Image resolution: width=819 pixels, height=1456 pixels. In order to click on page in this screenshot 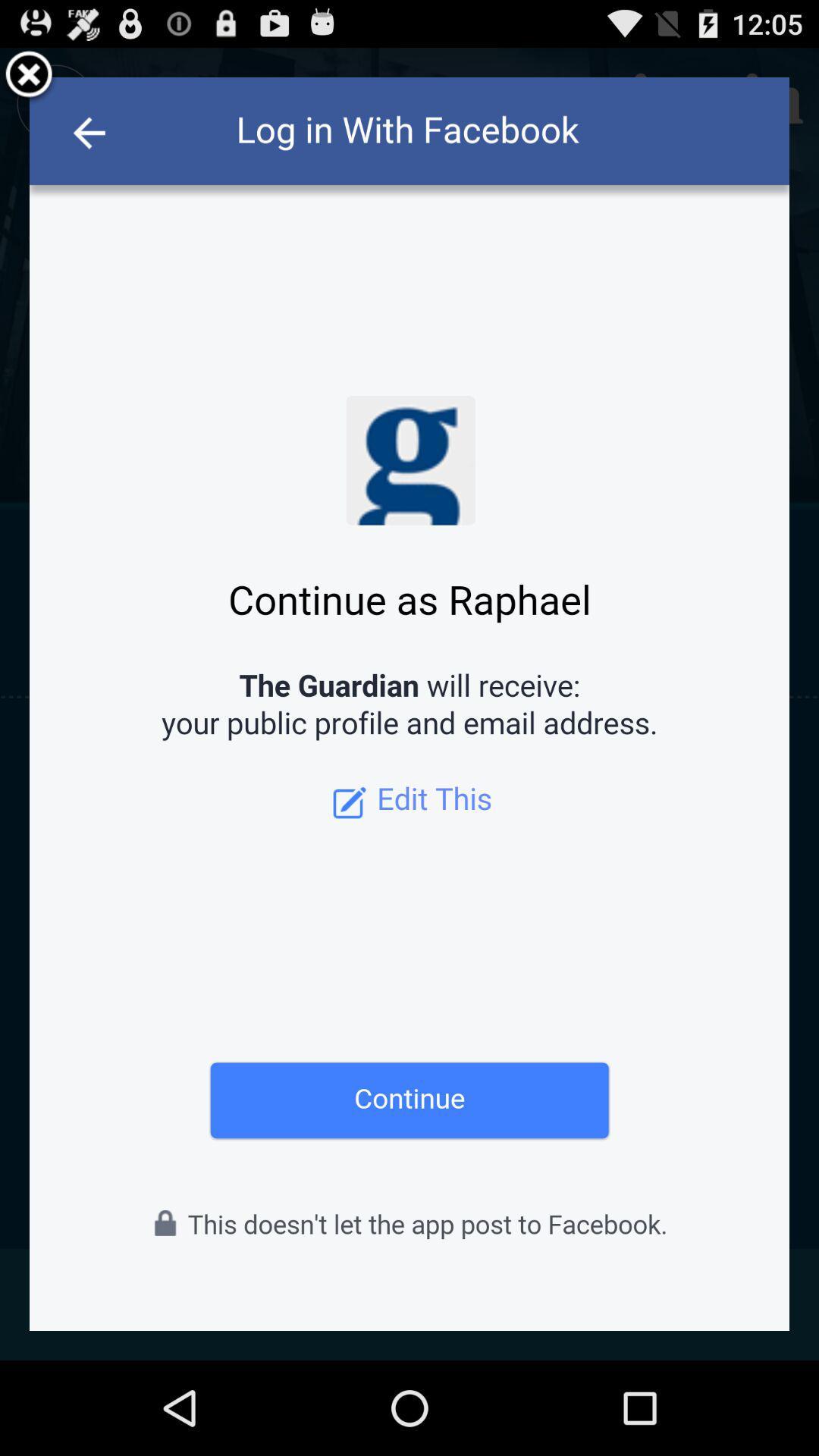, I will do `click(29, 76)`.